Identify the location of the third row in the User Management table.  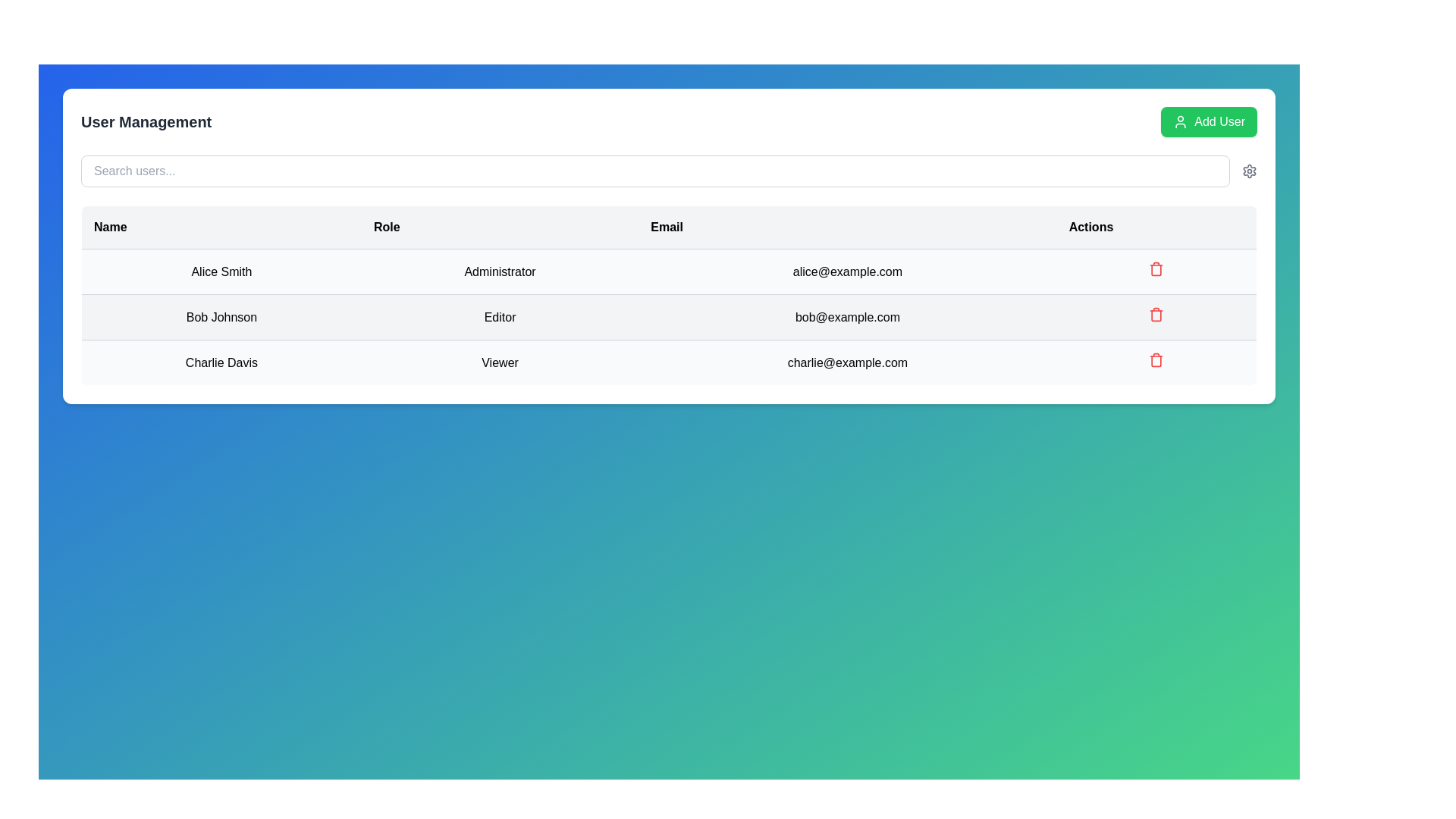
(668, 362).